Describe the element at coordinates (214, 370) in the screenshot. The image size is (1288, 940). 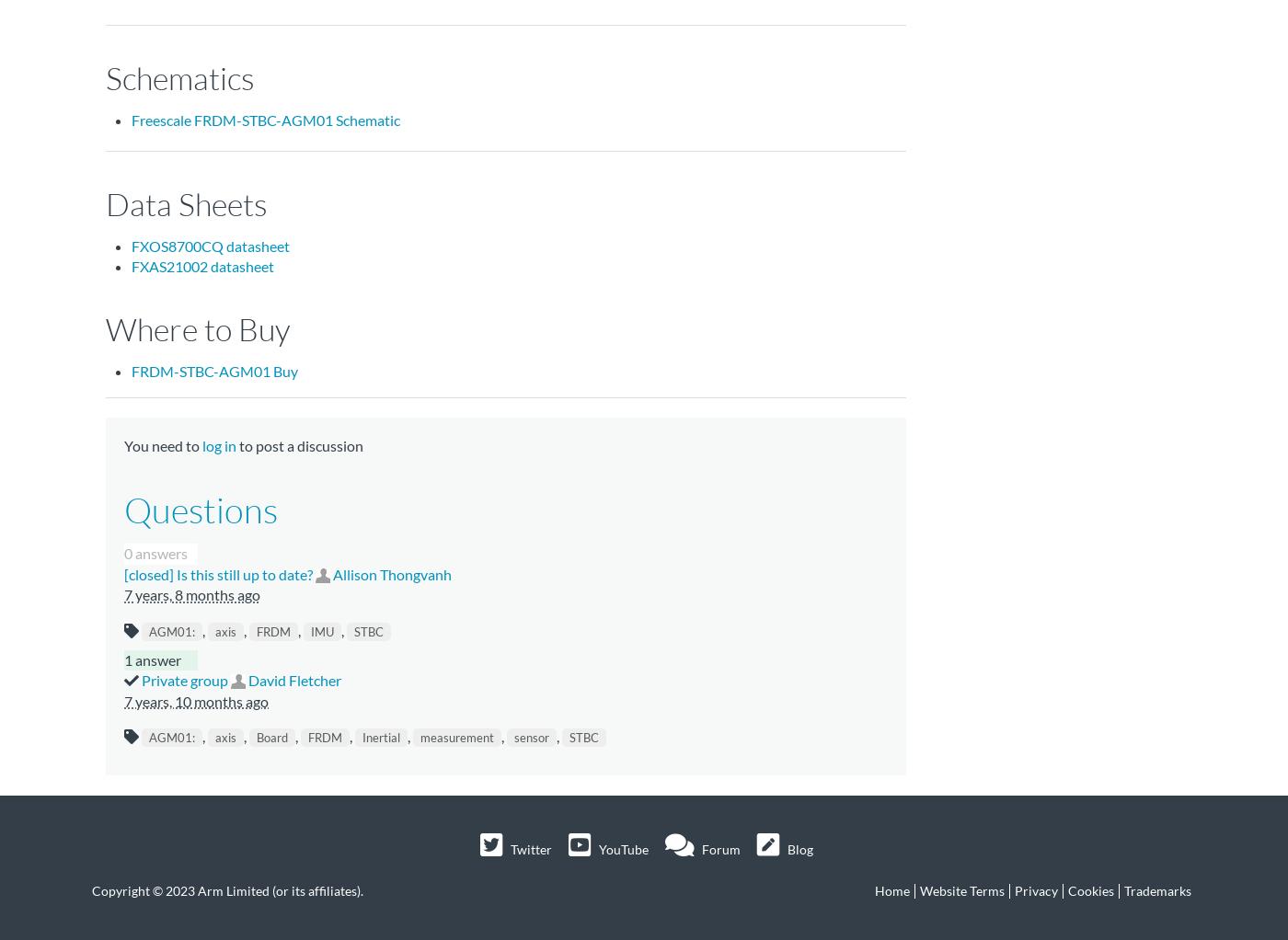
I see `'FRDM-STBC-AGM01 Buy'` at that location.